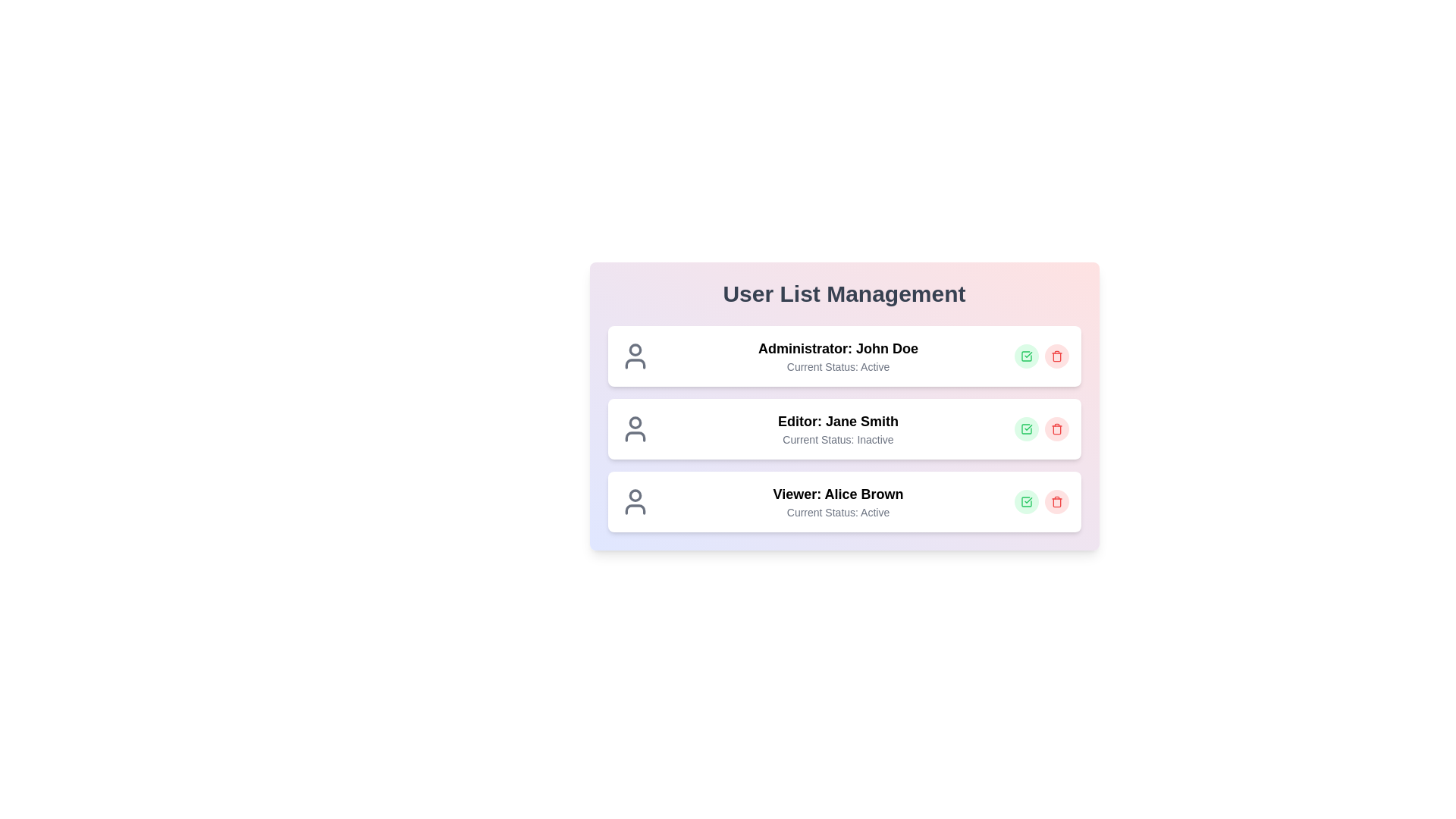 The width and height of the screenshot is (1456, 819). What do you see at coordinates (1056, 502) in the screenshot?
I see `the red trash can icon button` at bounding box center [1056, 502].